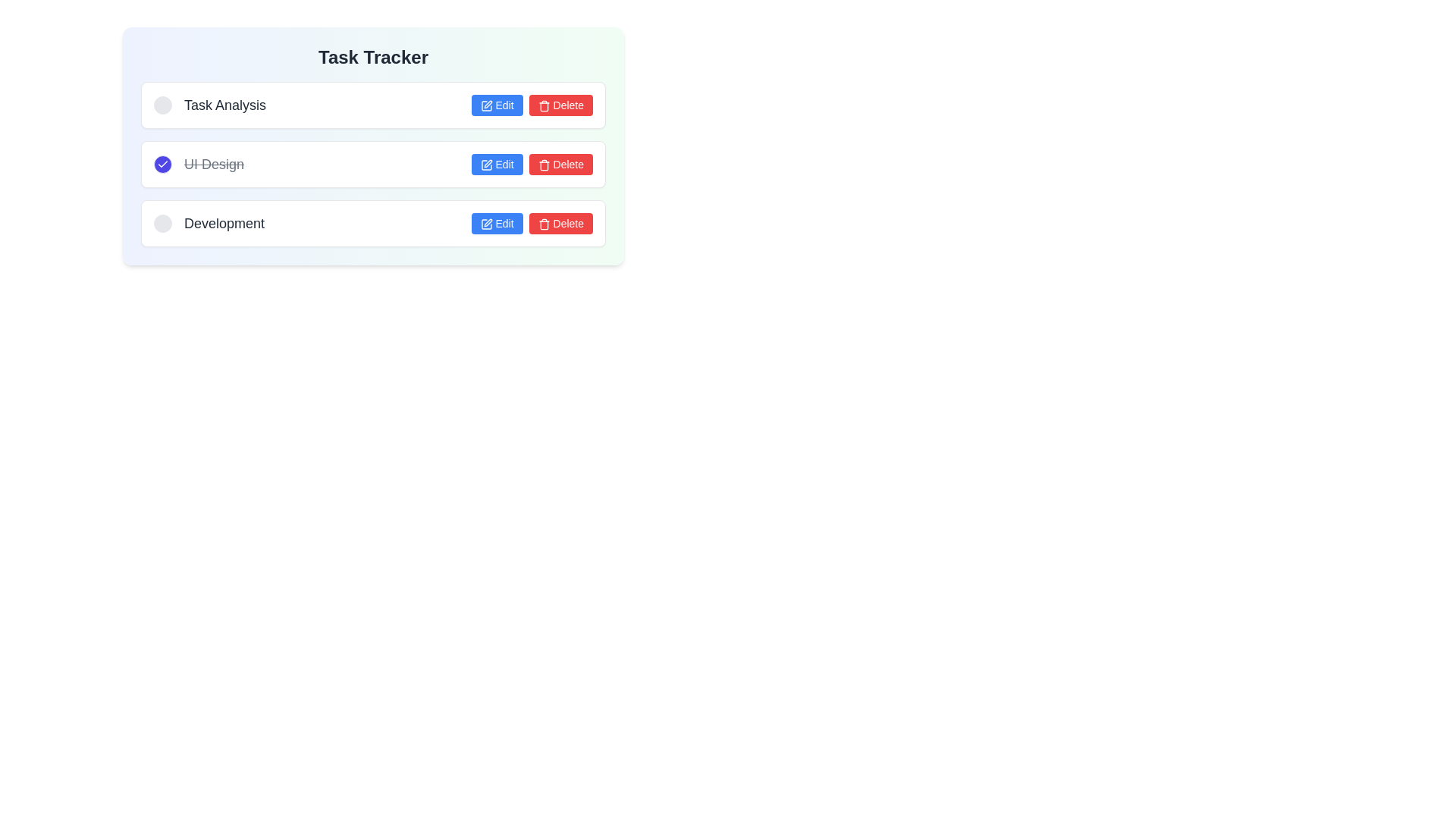 This screenshot has width=1456, height=819. What do you see at coordinates (532, 164) in the screenshot?
I see `the button group containing the edit and delete buttons for the task 'UI Design' located in the second row of the task list in the 'Task Tracker' interface, focusing on each button using keyboard navigation` at bounding box center [532, 164].